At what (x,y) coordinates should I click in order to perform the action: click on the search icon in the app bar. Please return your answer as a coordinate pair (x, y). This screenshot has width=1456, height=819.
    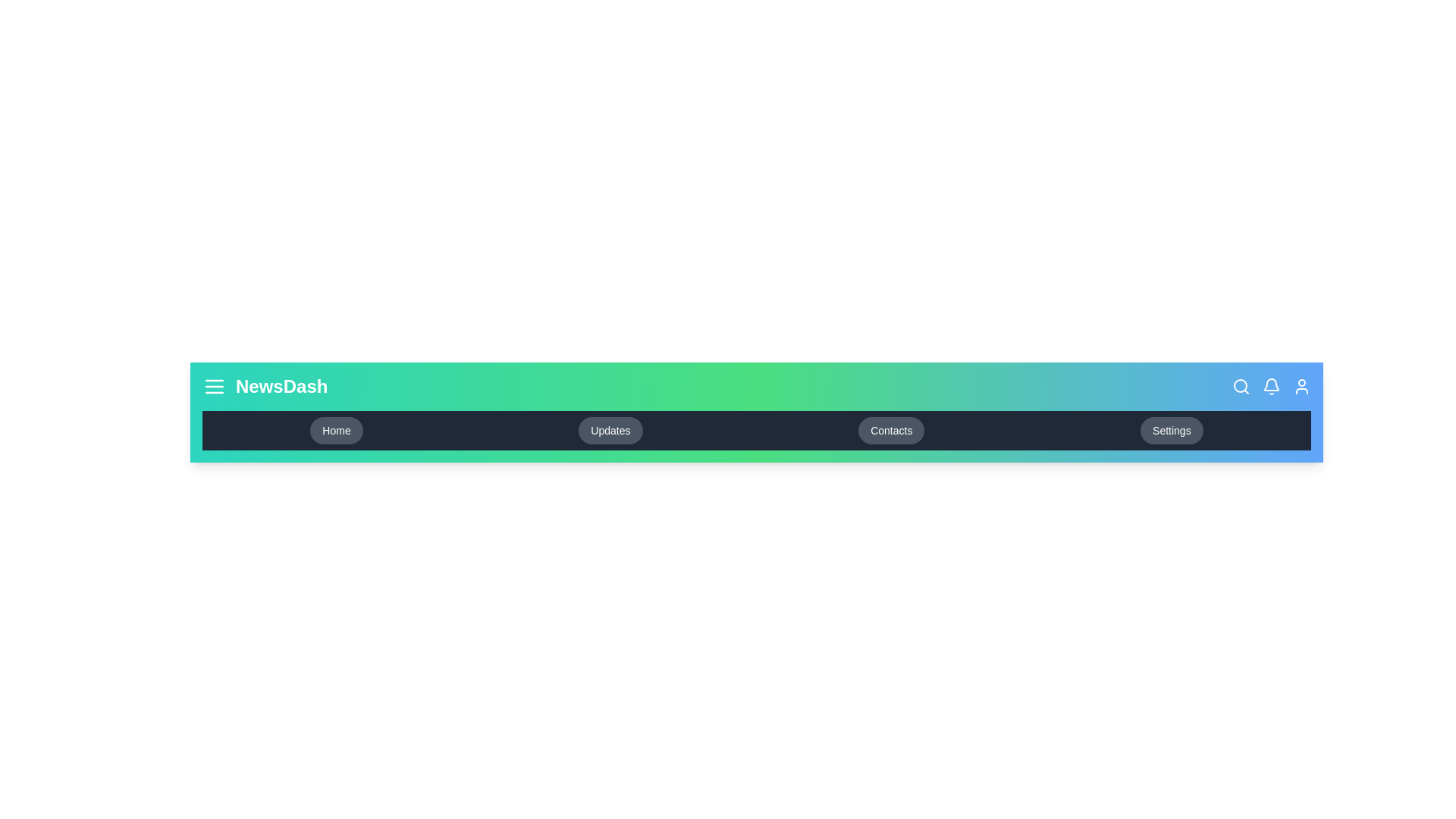
    Looking at the image, I should click on (1241, 385).